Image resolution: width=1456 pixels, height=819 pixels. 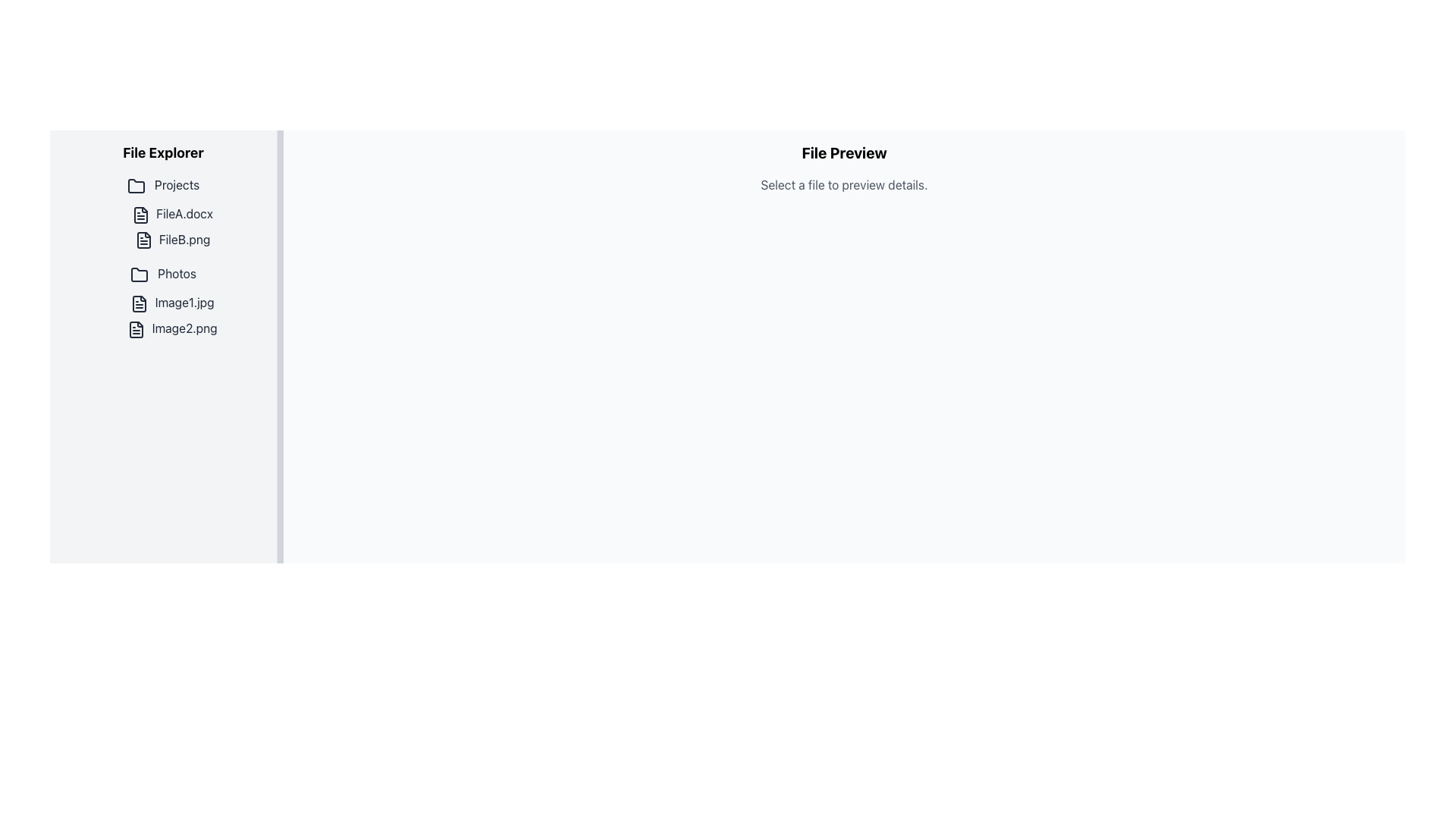 What do you see at coordinates (140, 275) in the screenshot?
I see `the 'Photos' folder icon in the left sidebar of the file explorer, which represents the directory for images` at bounding box center [140, 275].